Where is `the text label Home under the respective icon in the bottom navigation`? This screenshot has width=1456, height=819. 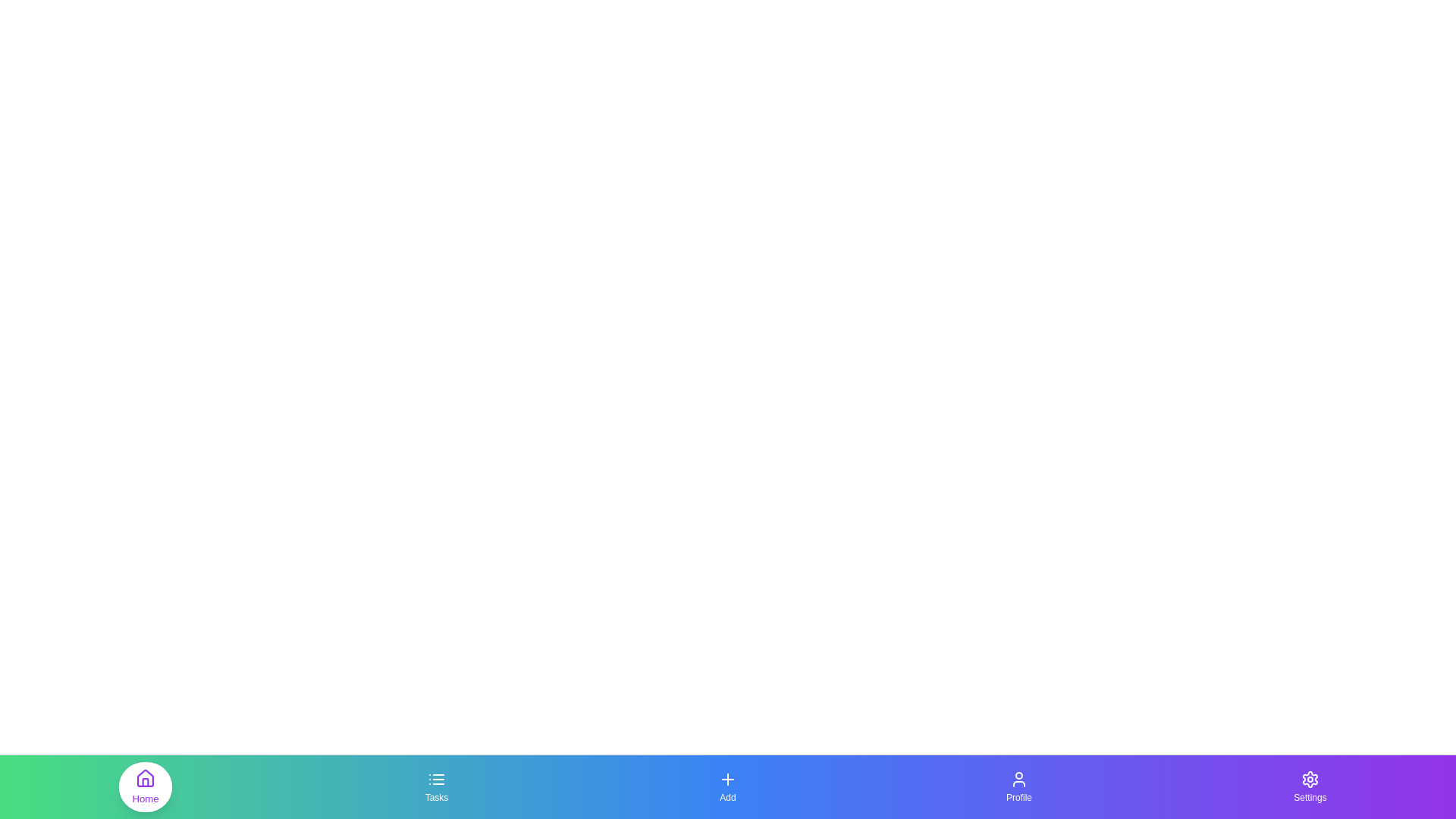 the text label Home under the respective icon in the bottom navigation is located at coordinates (146, 798).